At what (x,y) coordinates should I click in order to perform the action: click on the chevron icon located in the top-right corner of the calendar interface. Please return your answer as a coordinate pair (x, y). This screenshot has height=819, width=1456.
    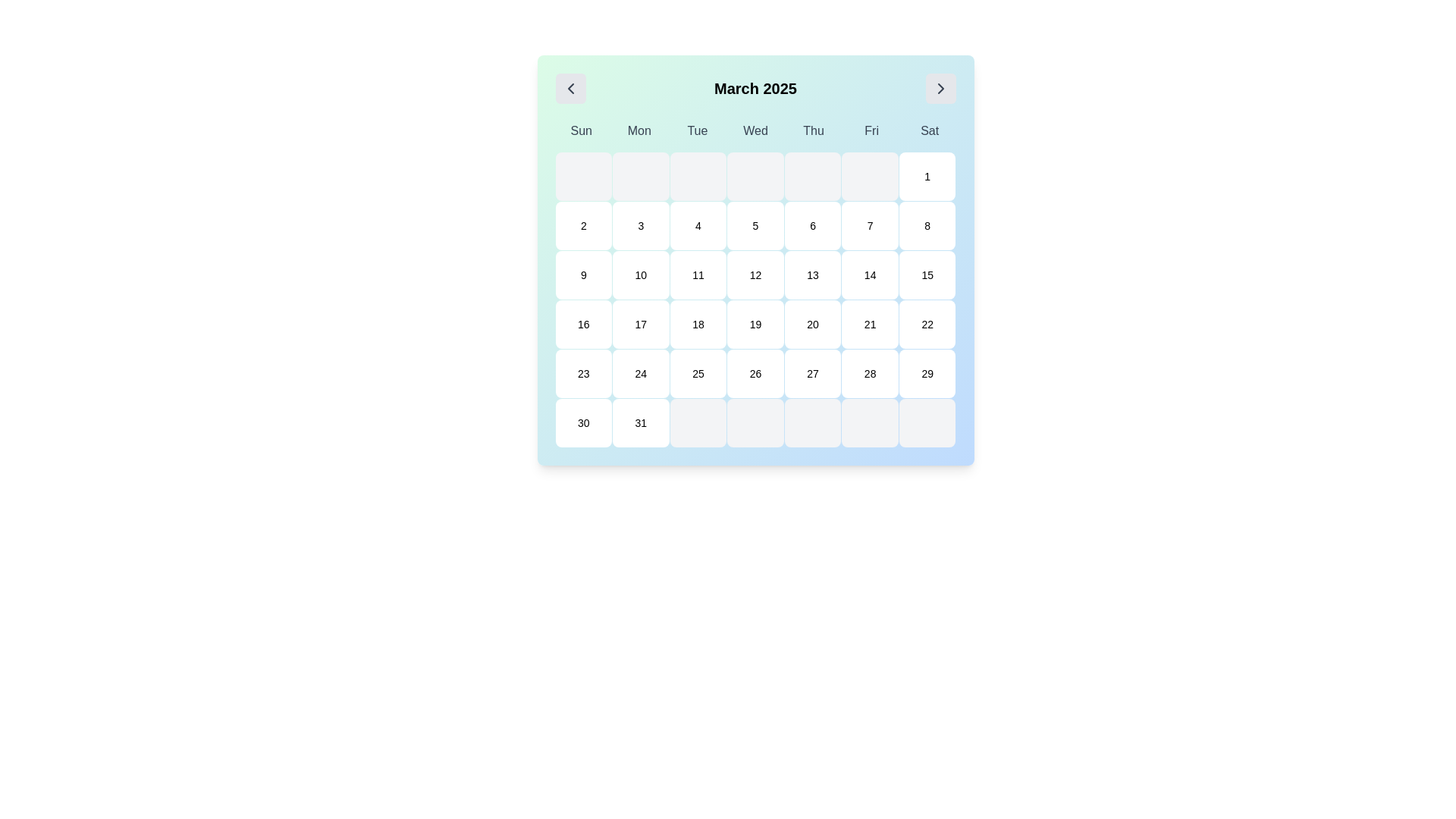
    Looking at the image, I should click on (940, 88).